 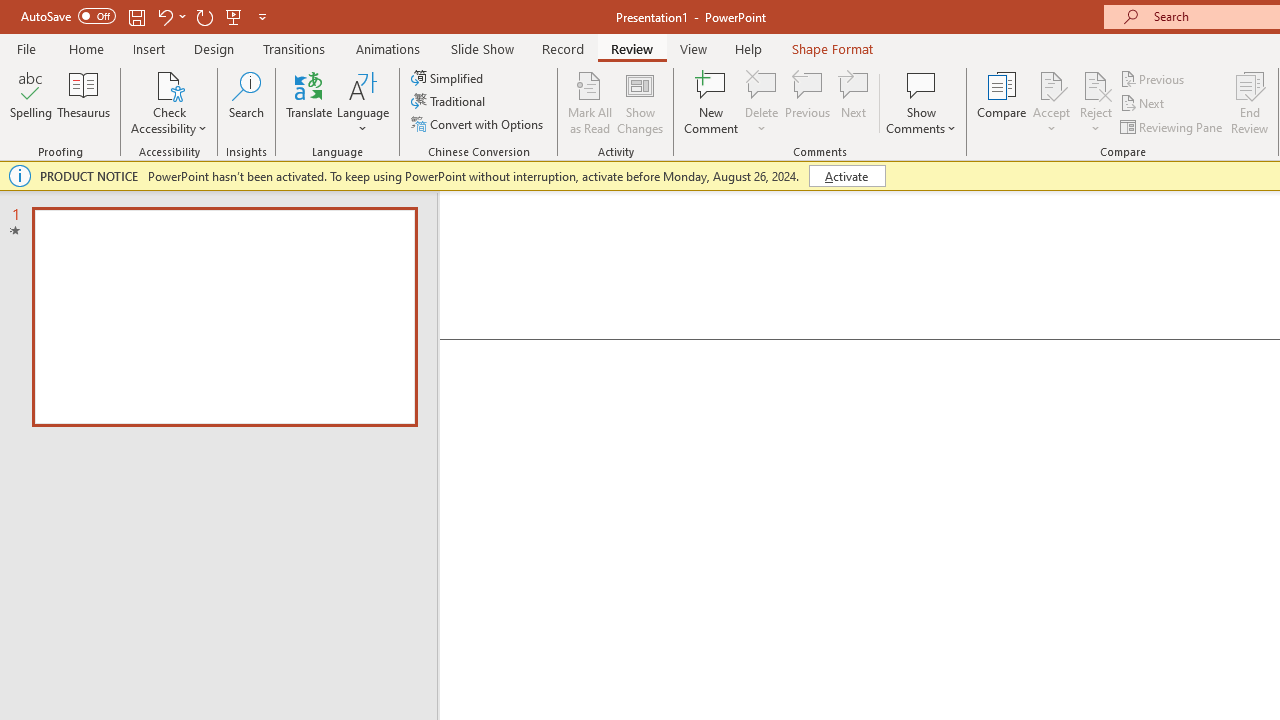 I want to click on 'Next', so click(x=1144, y=103).